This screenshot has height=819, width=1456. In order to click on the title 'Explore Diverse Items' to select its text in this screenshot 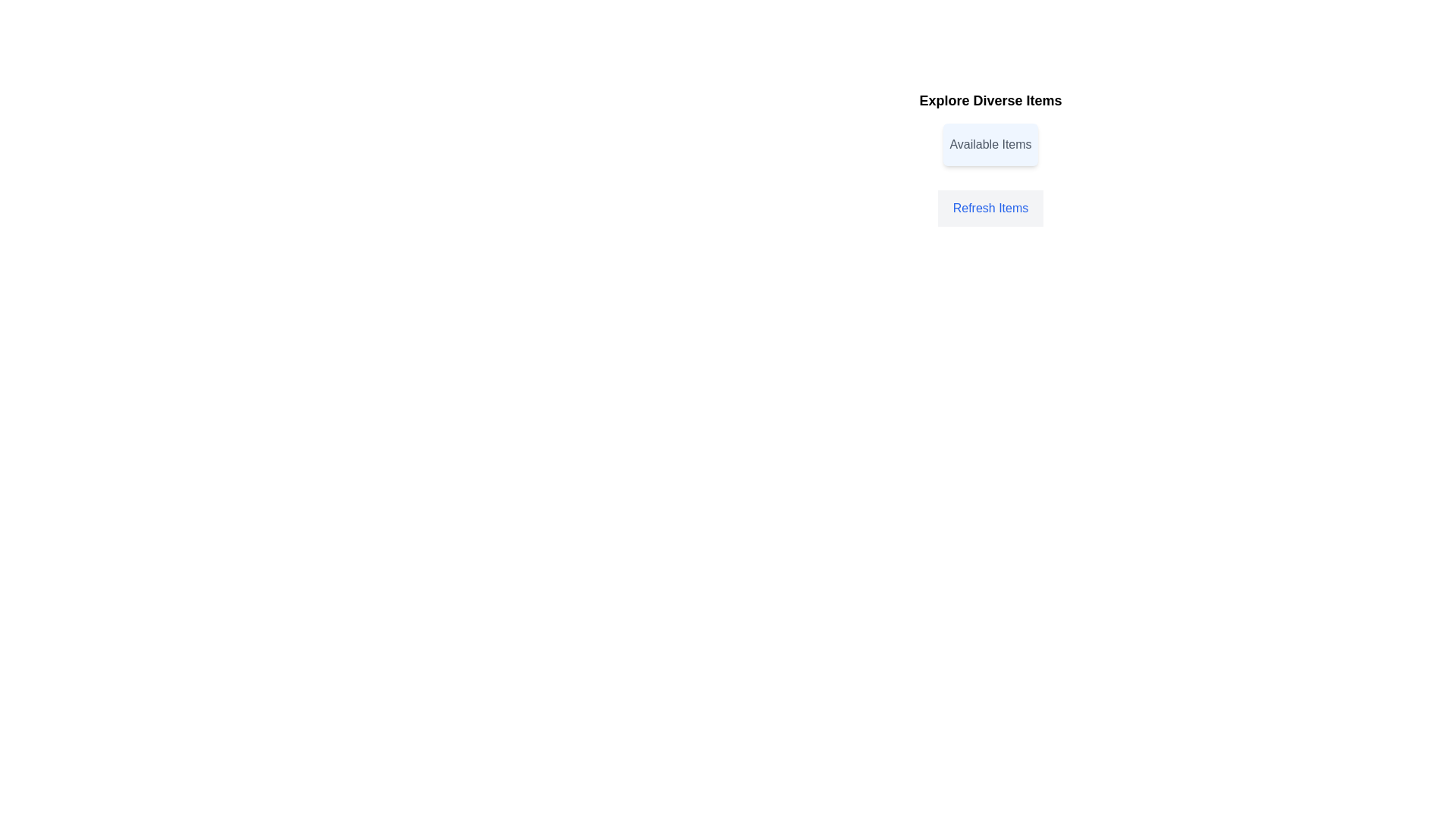, I will do `click(990, 100)`.